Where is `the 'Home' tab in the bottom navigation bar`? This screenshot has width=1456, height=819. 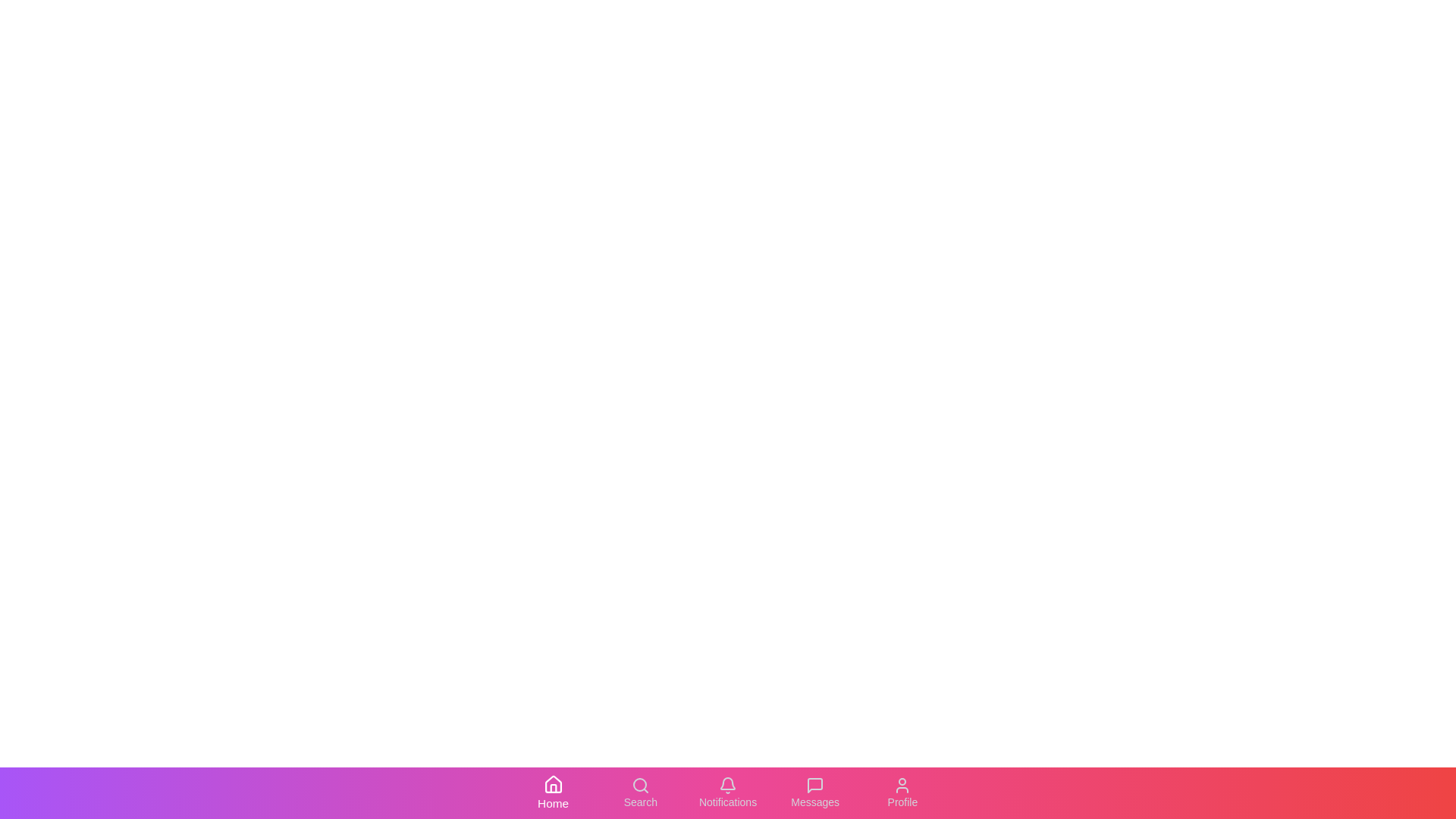
the 'Home' tab in the bottom navigation bar is located at coordinates (552, 792).